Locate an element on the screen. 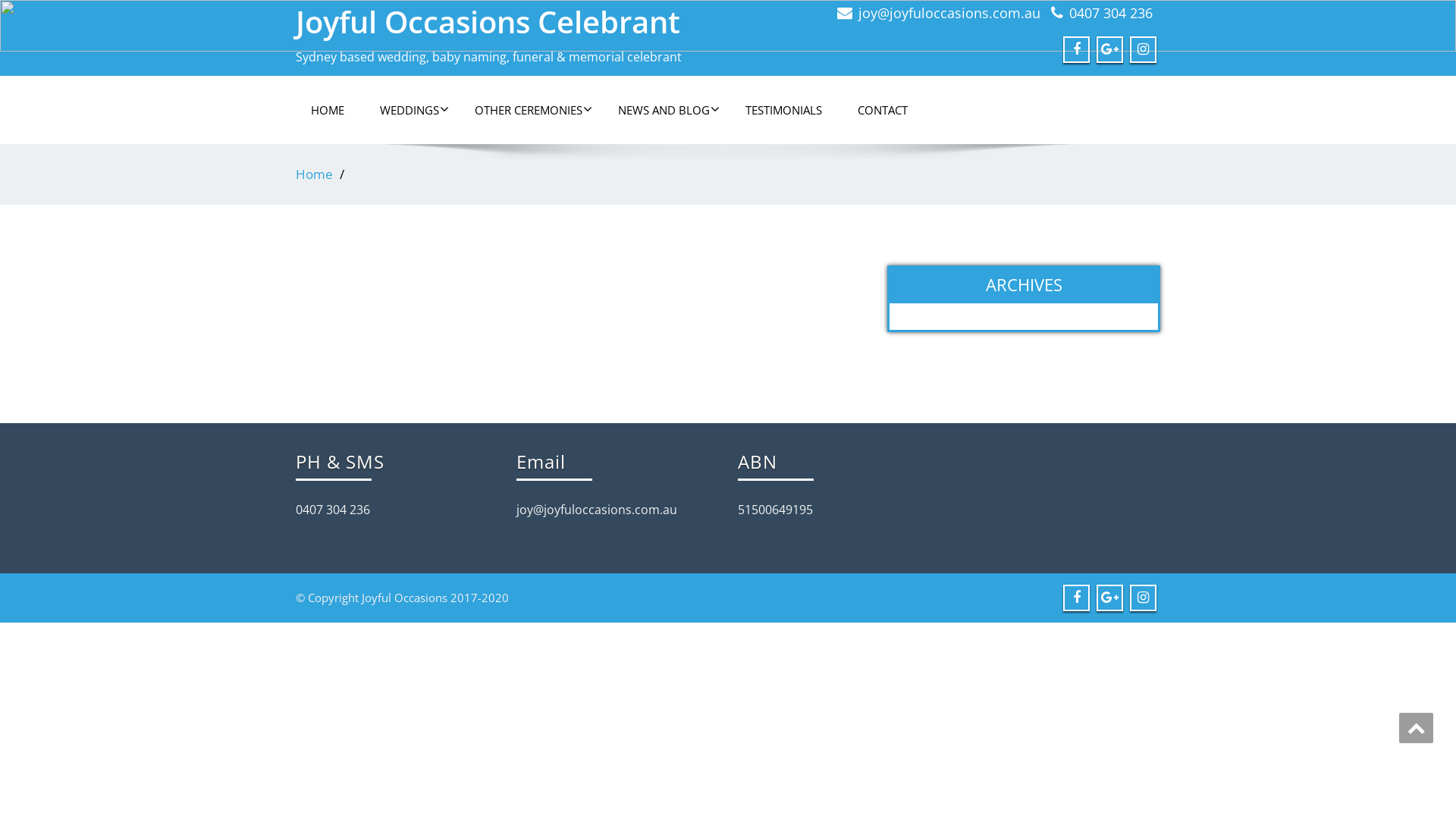  'Home' is located at coordinates (313, 173).